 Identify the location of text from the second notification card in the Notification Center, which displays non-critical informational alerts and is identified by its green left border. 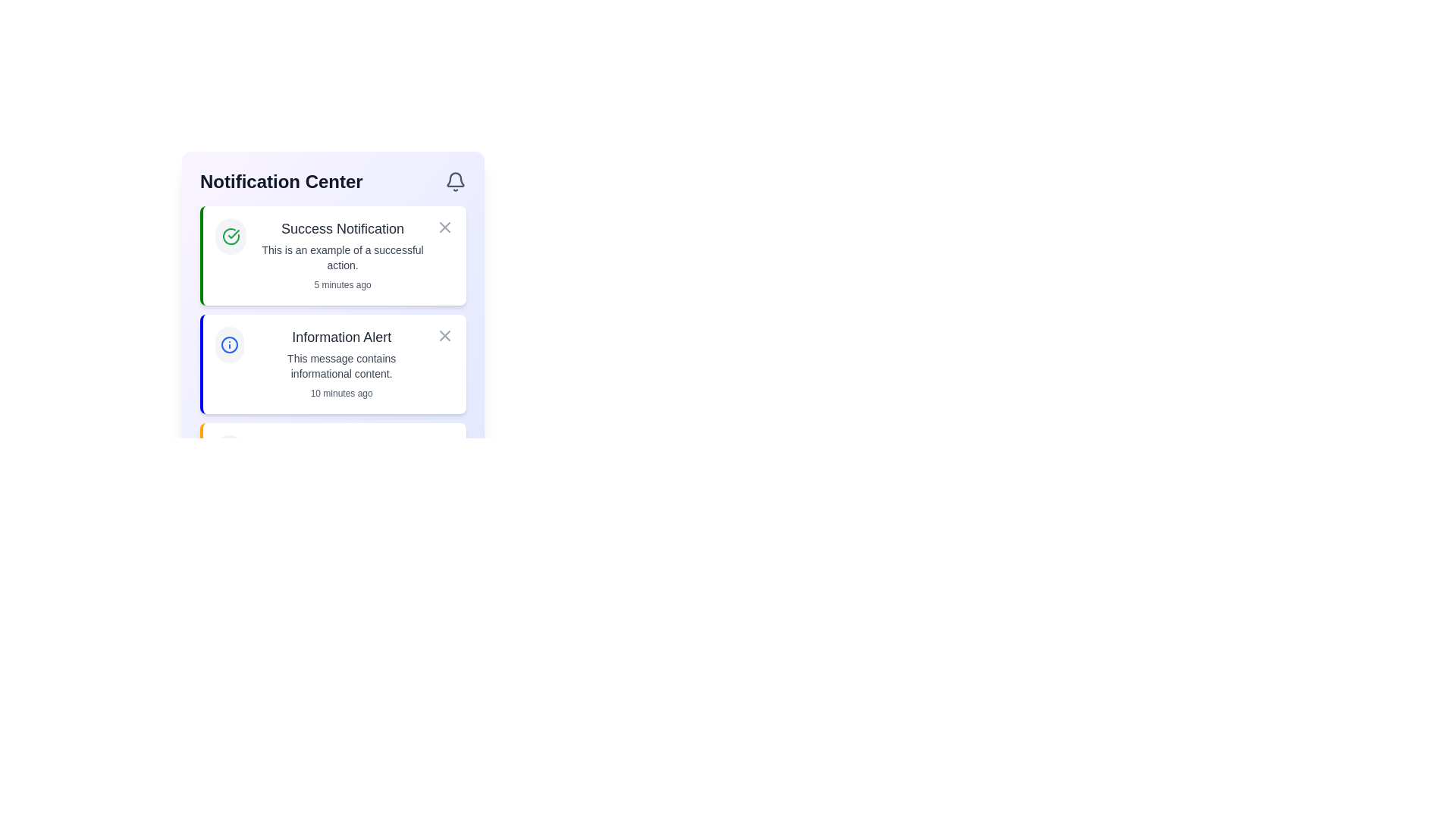
(332, 364).